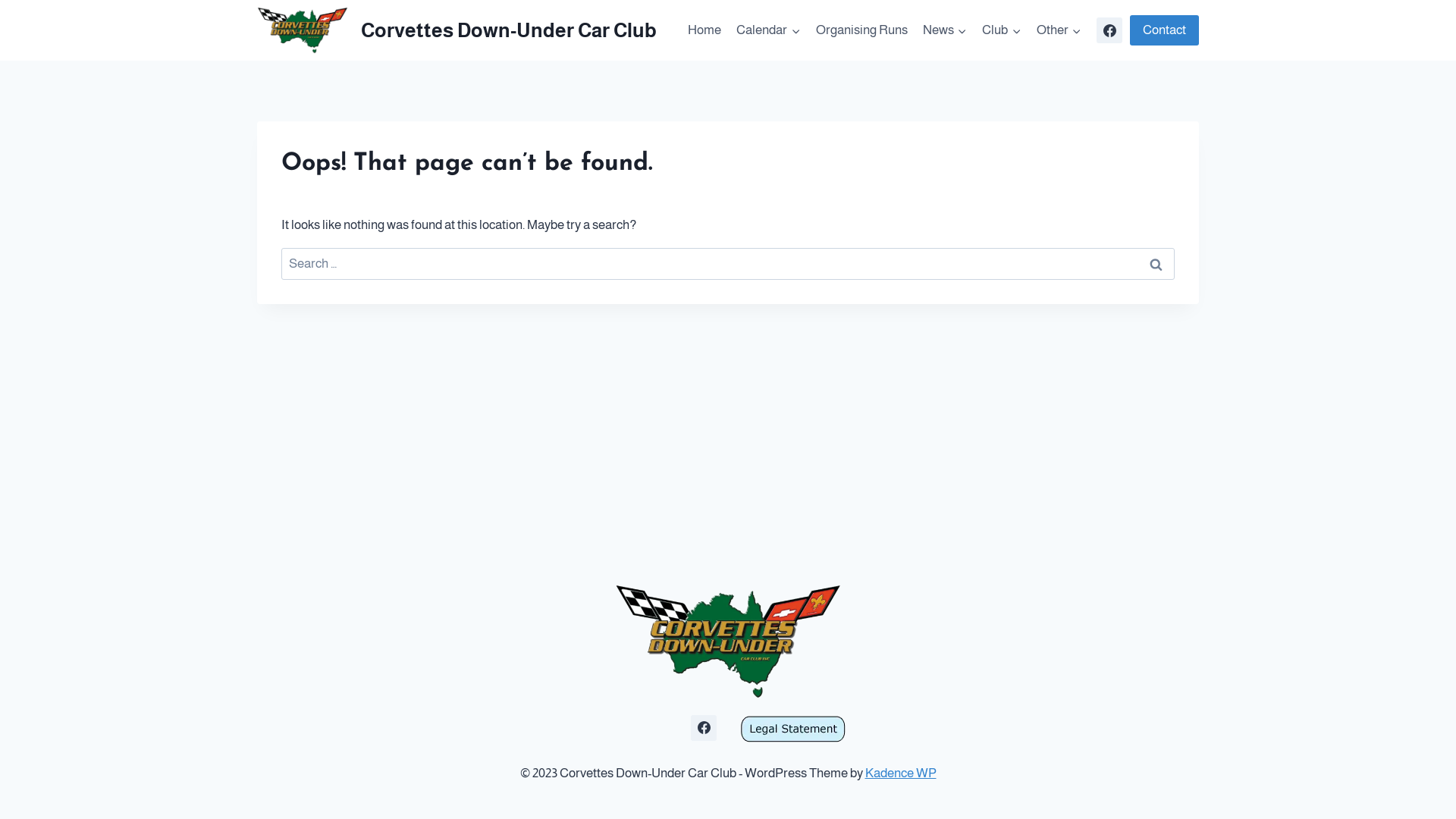 This screenshot has height=819, width=1456. What do you see at coordinates (767, 30) in the screenshot?
I see `'Calendar'` at bounding box center [767, 30].